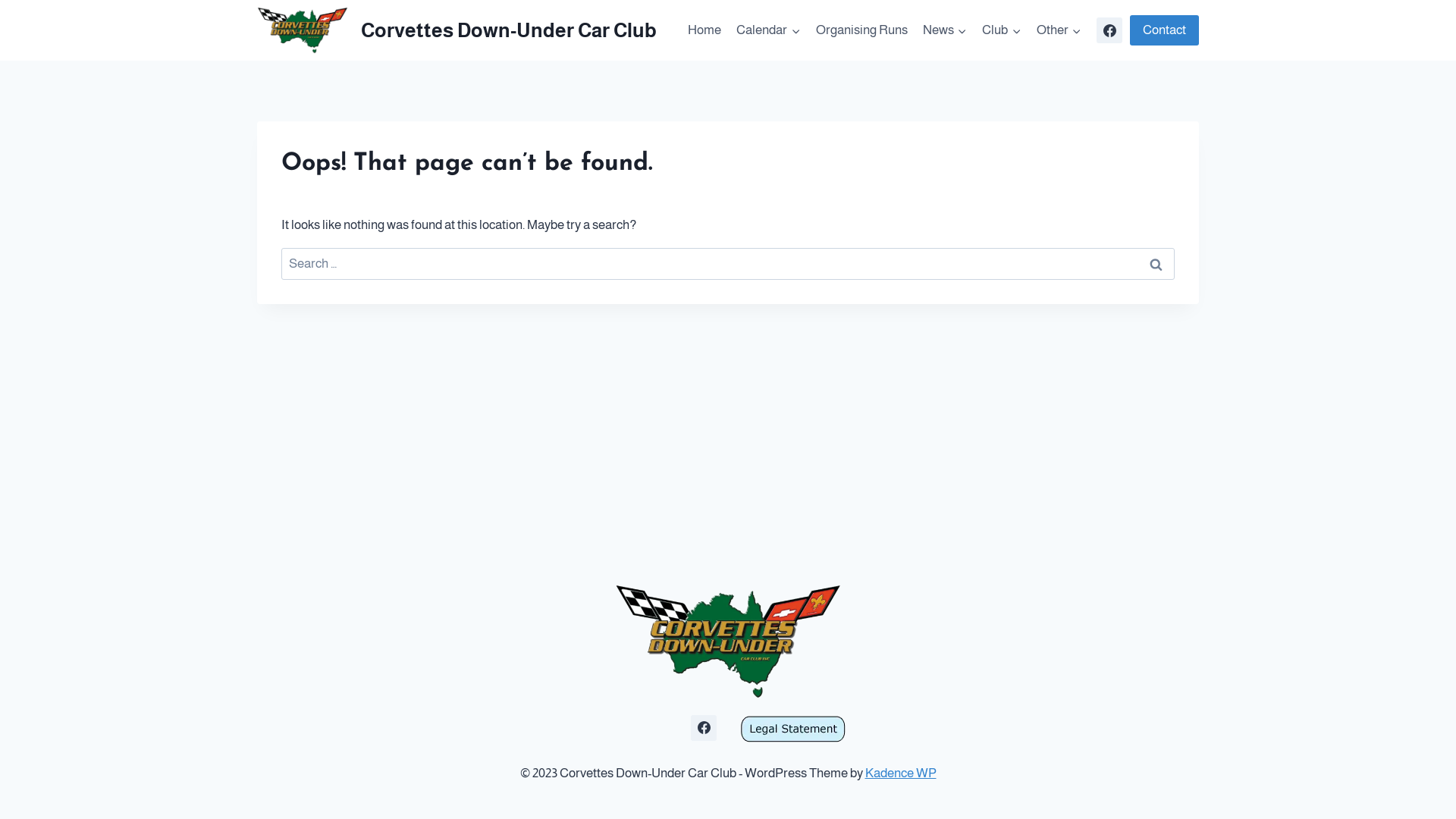 This screenshot has height=819, width=1456. What do you see at coordinates (767, 30) in the screenshot?
I see `'Calendar'` at bounding box center [767, 30].